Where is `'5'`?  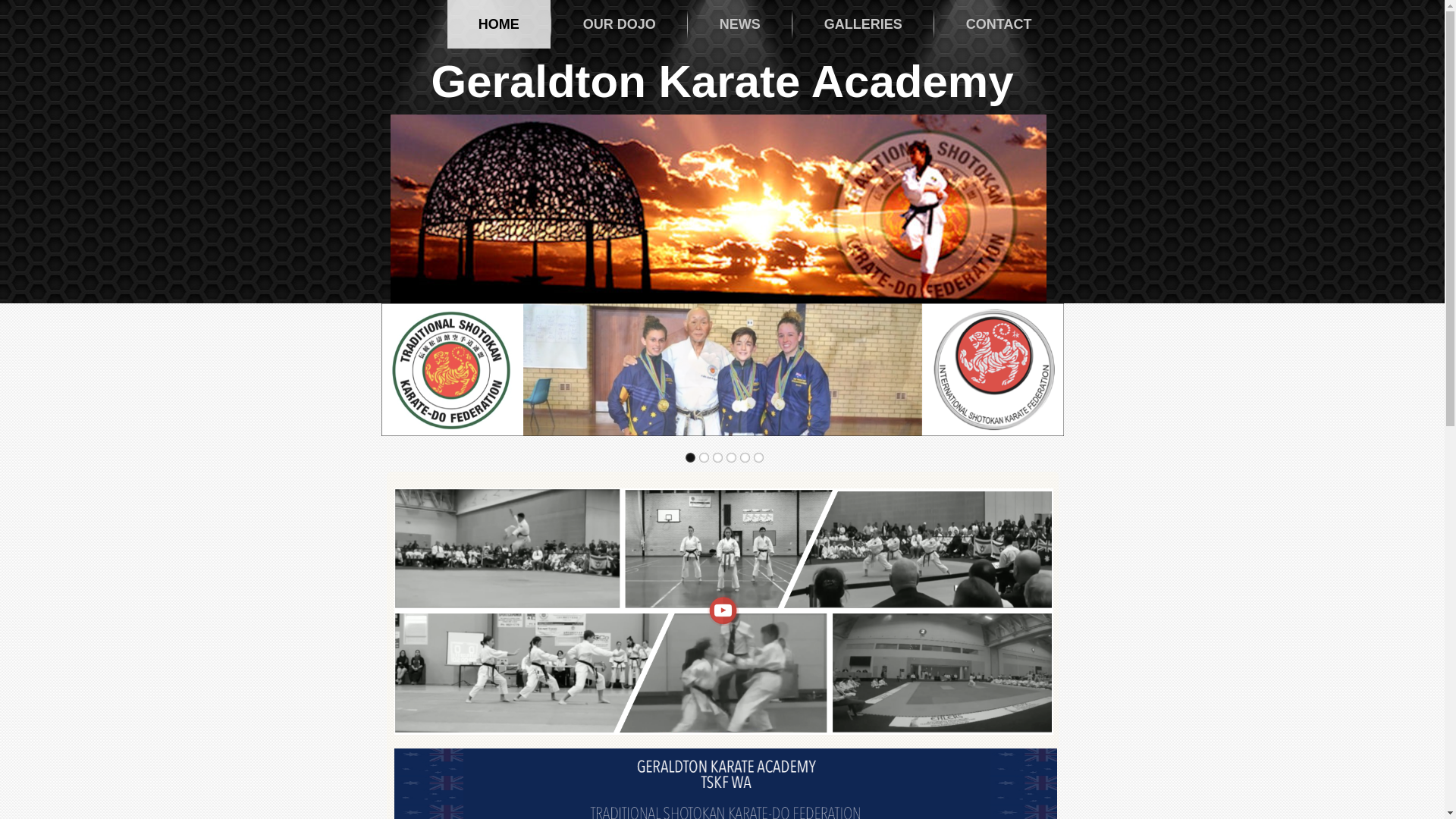
'5' is located at coordinates (739, 457).